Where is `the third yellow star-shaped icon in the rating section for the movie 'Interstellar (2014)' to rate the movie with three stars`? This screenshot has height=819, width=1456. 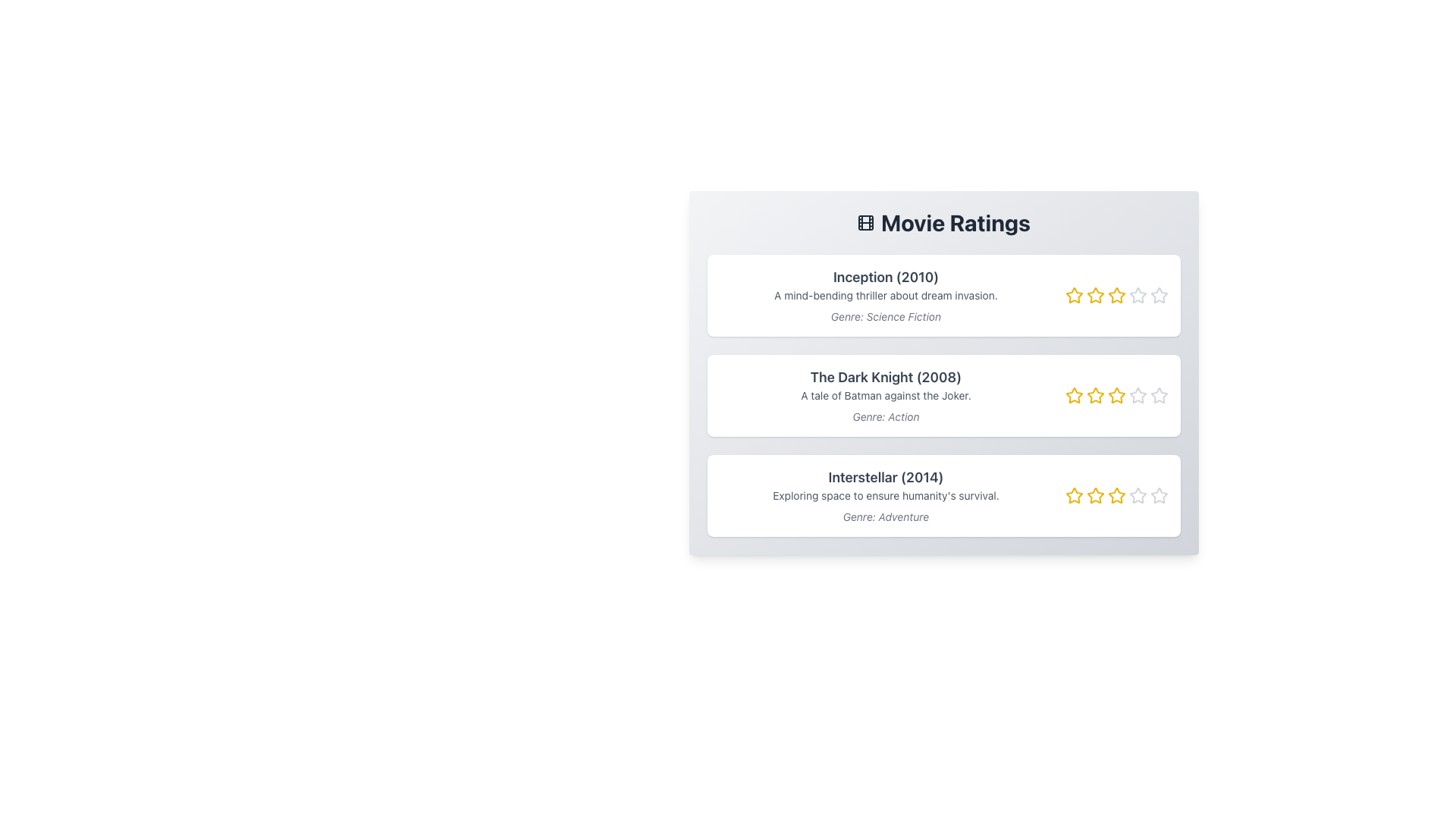 the third yellow star-shaped icon in the rating section for the movie 'Interstellar (2014)' to rate the movie with three stars is located at coordinates (1095, 496).